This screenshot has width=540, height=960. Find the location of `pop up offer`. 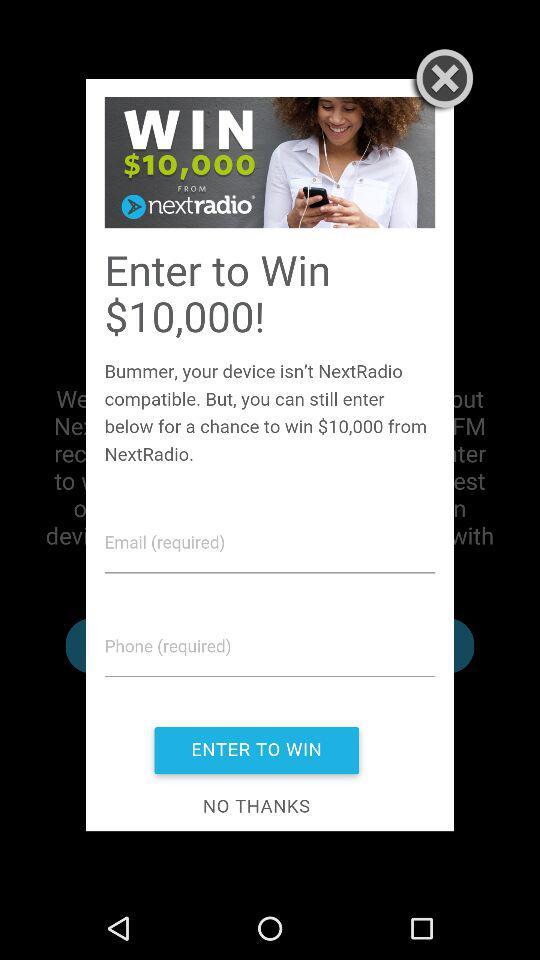

pop up offer is located at coordinates (270, 455).